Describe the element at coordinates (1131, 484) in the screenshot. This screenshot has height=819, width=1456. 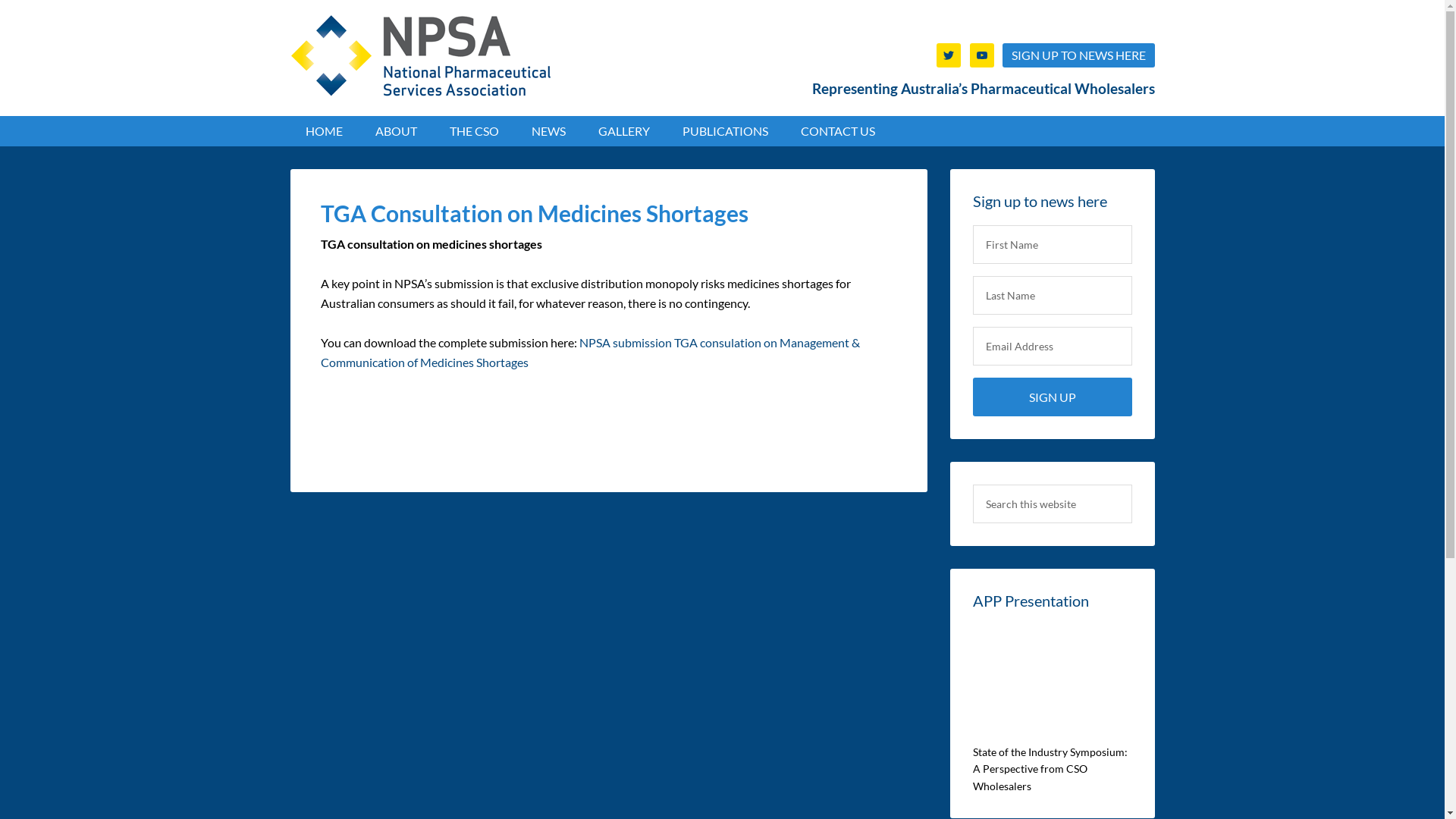
I see `'Search'` at that location.